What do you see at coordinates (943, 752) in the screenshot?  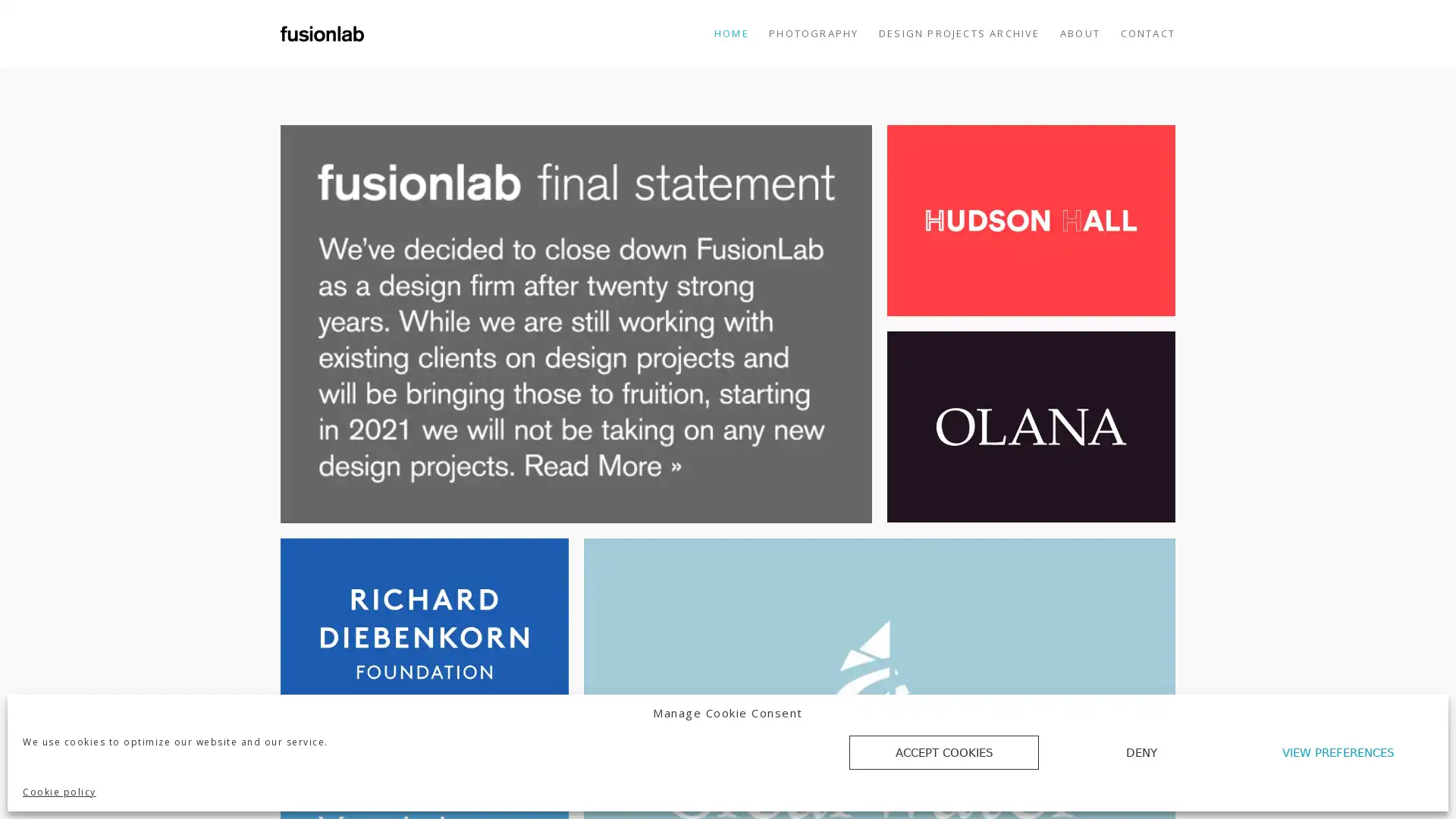 I see `ACCEPT COOKIES` at bounding box center [943, 752].